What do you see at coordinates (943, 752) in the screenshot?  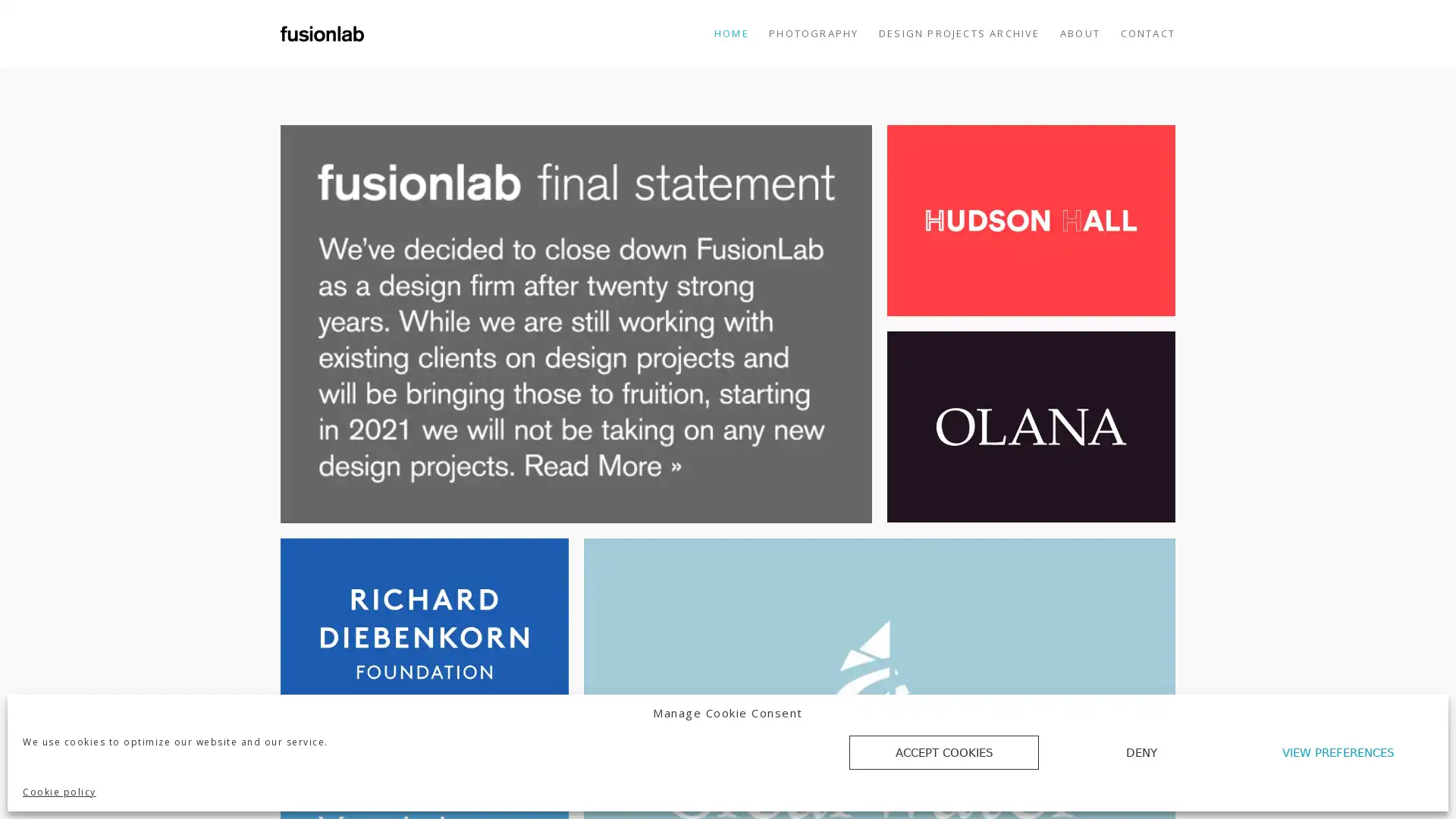 I see `ACCEPT COOKIES` at bounding box center [943, 752].